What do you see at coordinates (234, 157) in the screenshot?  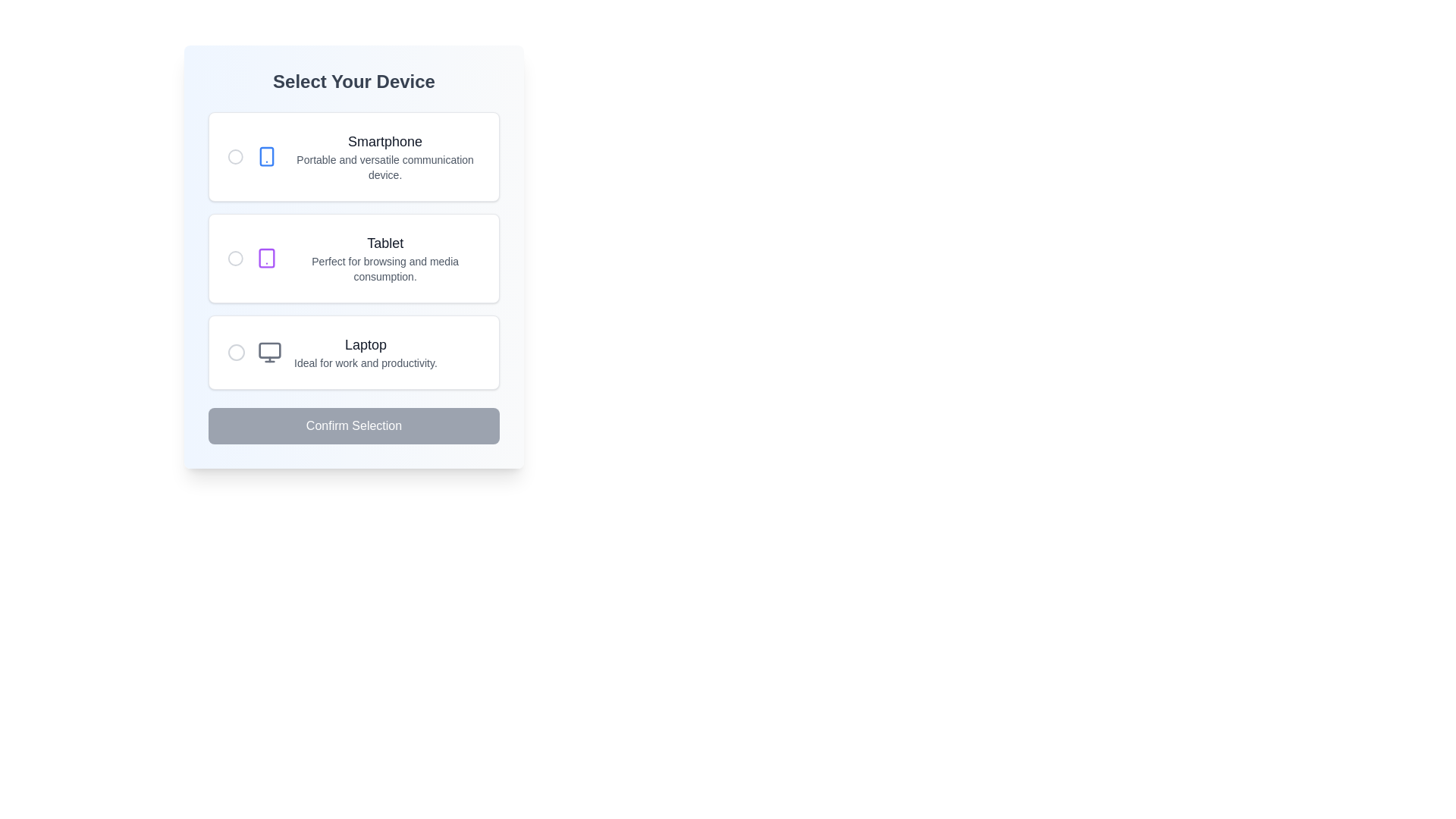 I see `the radio button located at the top left side of the 'Smartphone' card, which features a gray circular outline in a modern UI style` at bounding box center [234, 157].